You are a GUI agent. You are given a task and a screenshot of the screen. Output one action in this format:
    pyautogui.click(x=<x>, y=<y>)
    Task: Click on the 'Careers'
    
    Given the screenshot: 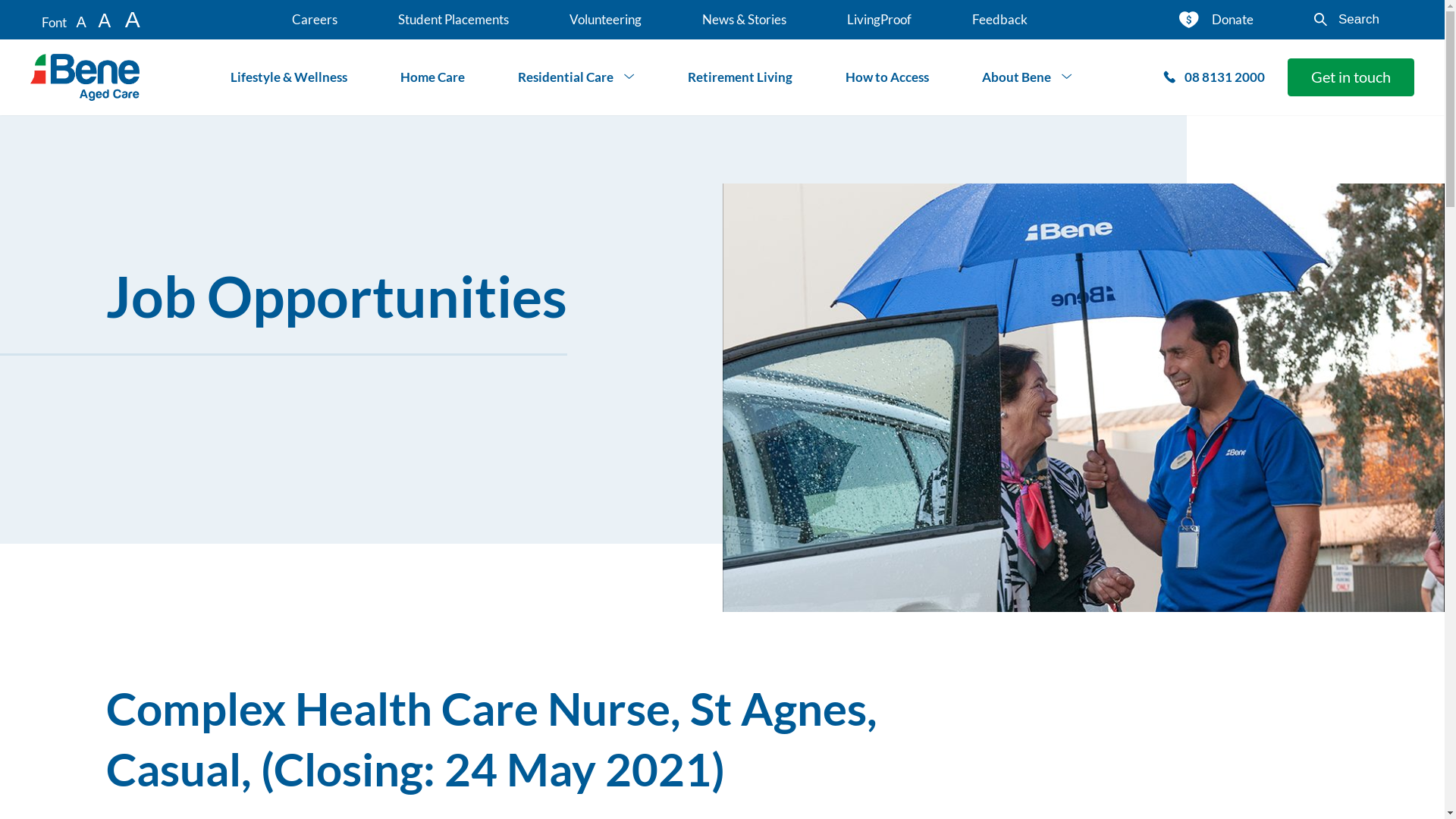 What is the action you would take?
    pyautogui.click(x=313, y=20)
    